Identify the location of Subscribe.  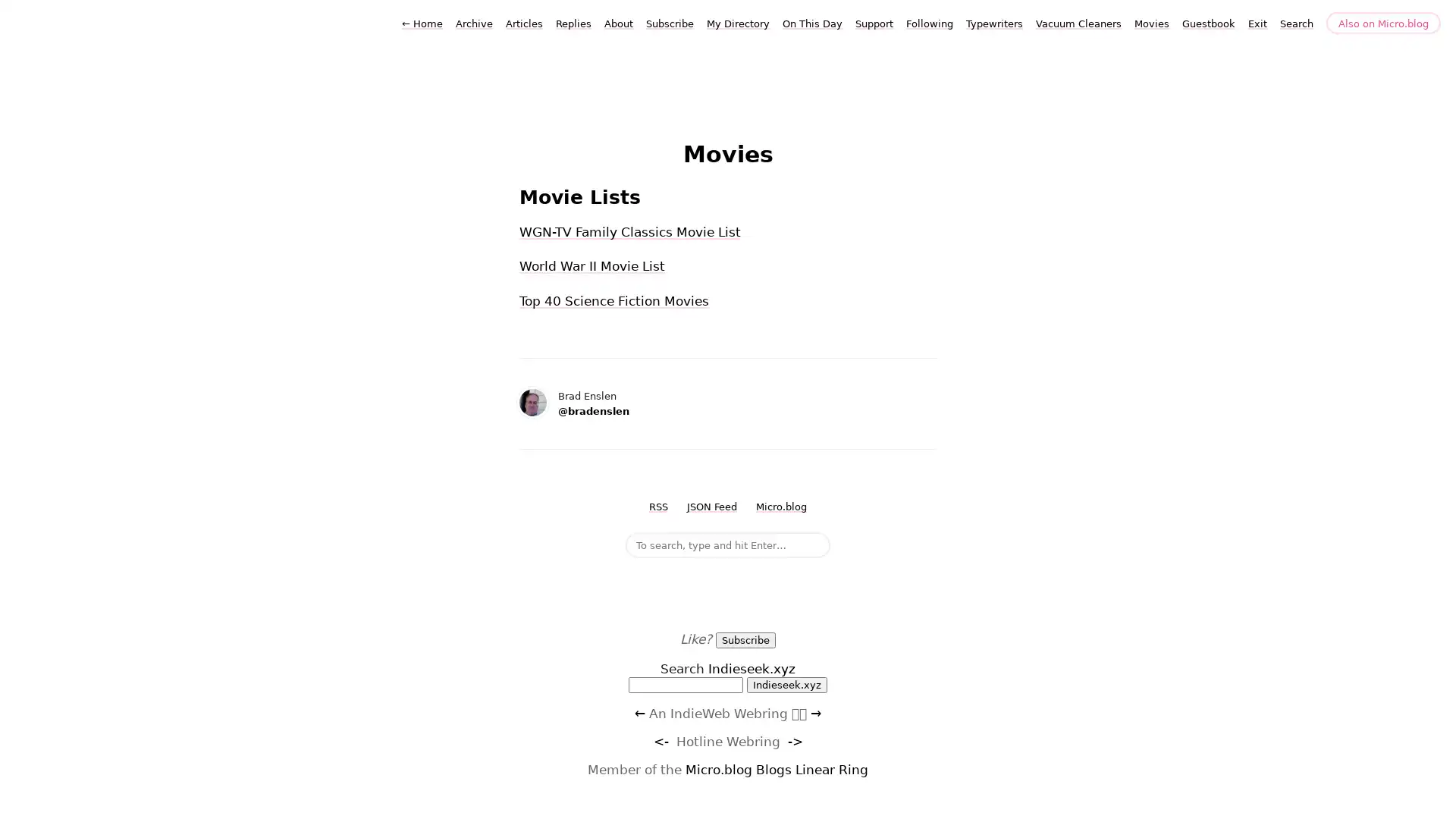
(745, 640).